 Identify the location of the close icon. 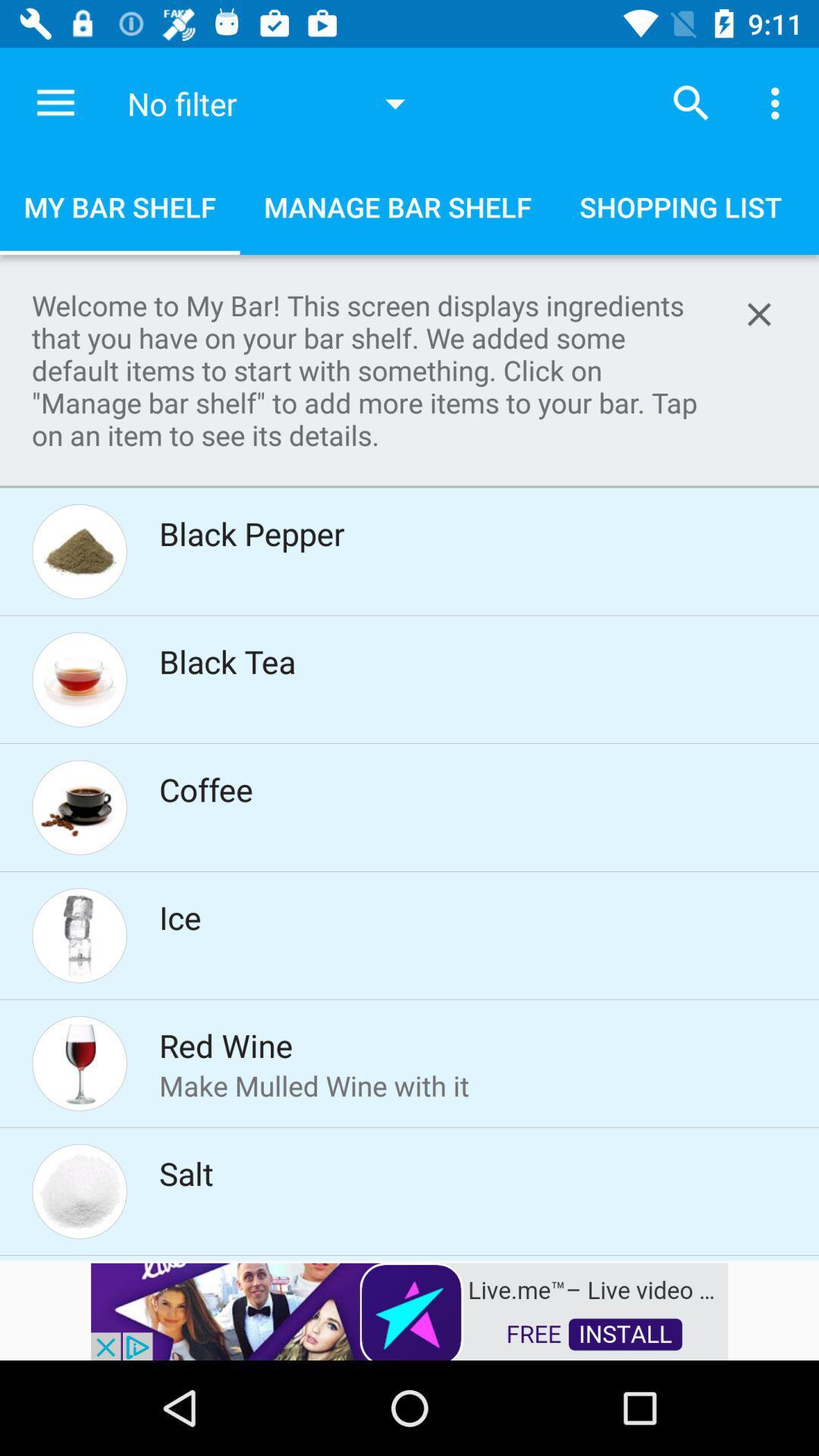
(759, 313).